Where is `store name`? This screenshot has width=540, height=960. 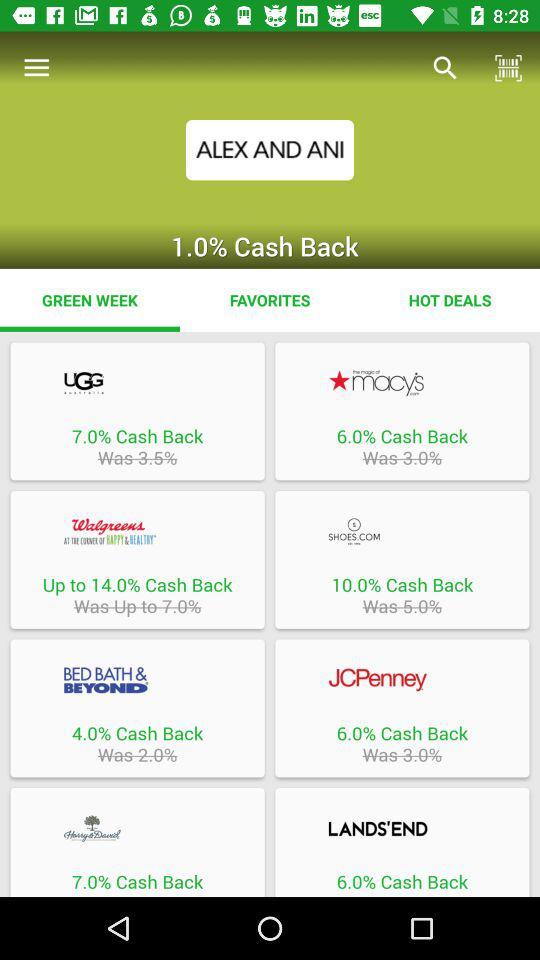
store name is located at coordinates (402, 828).